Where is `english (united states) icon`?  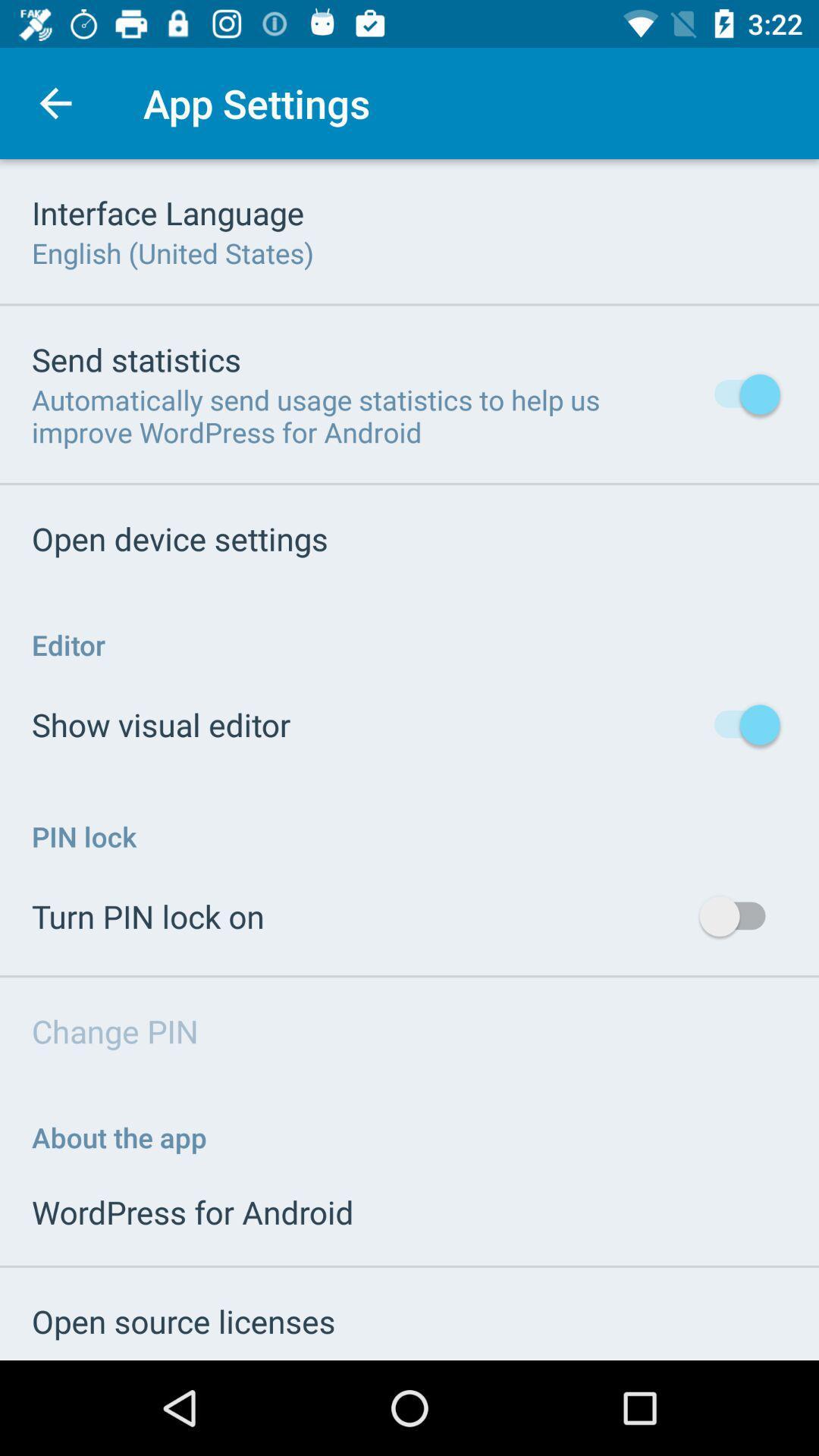
english (united states) icon is located at coordinates (171, 253).